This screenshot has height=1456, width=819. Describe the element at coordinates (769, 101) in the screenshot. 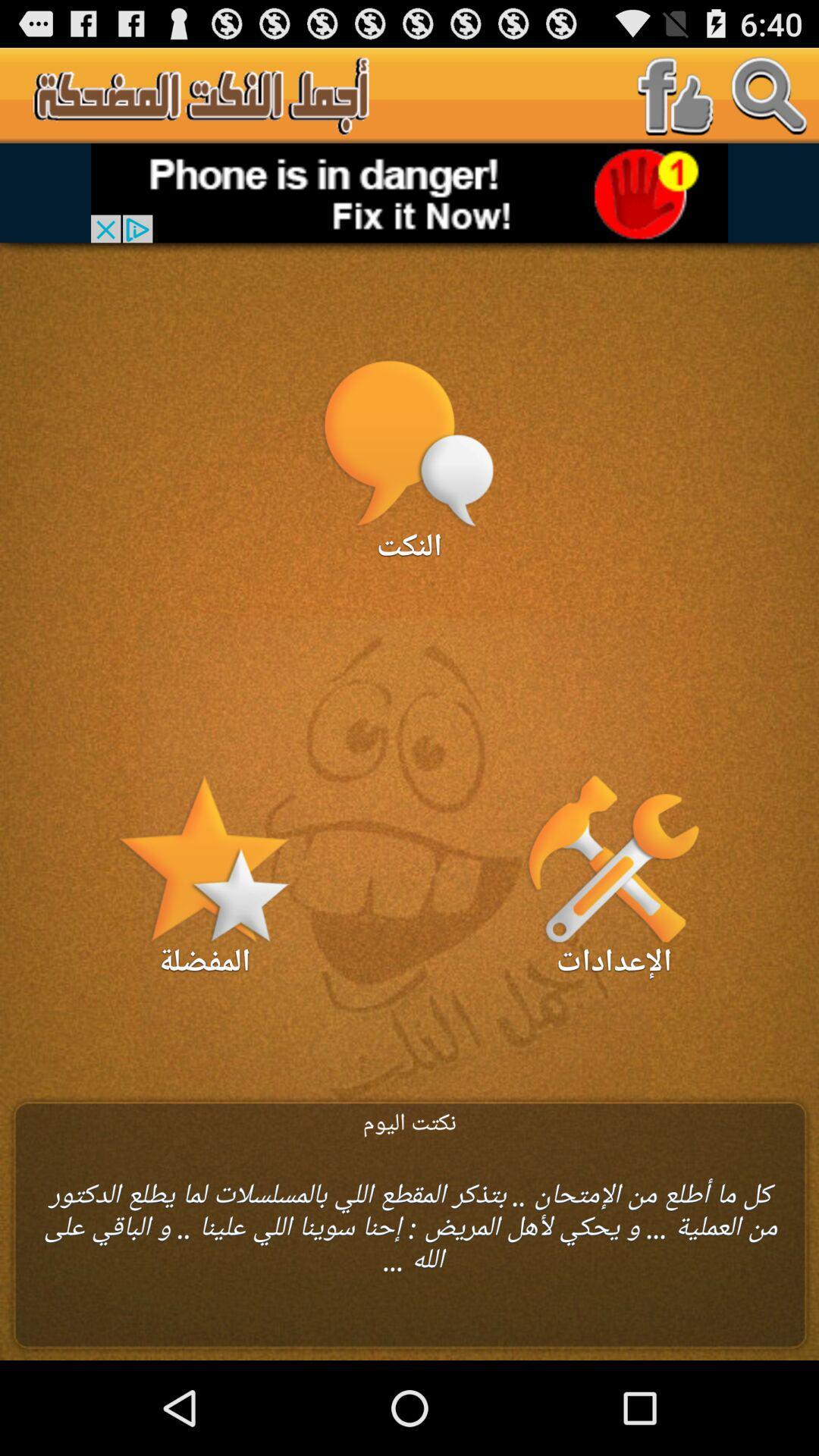

I see `the search icon` at that location.